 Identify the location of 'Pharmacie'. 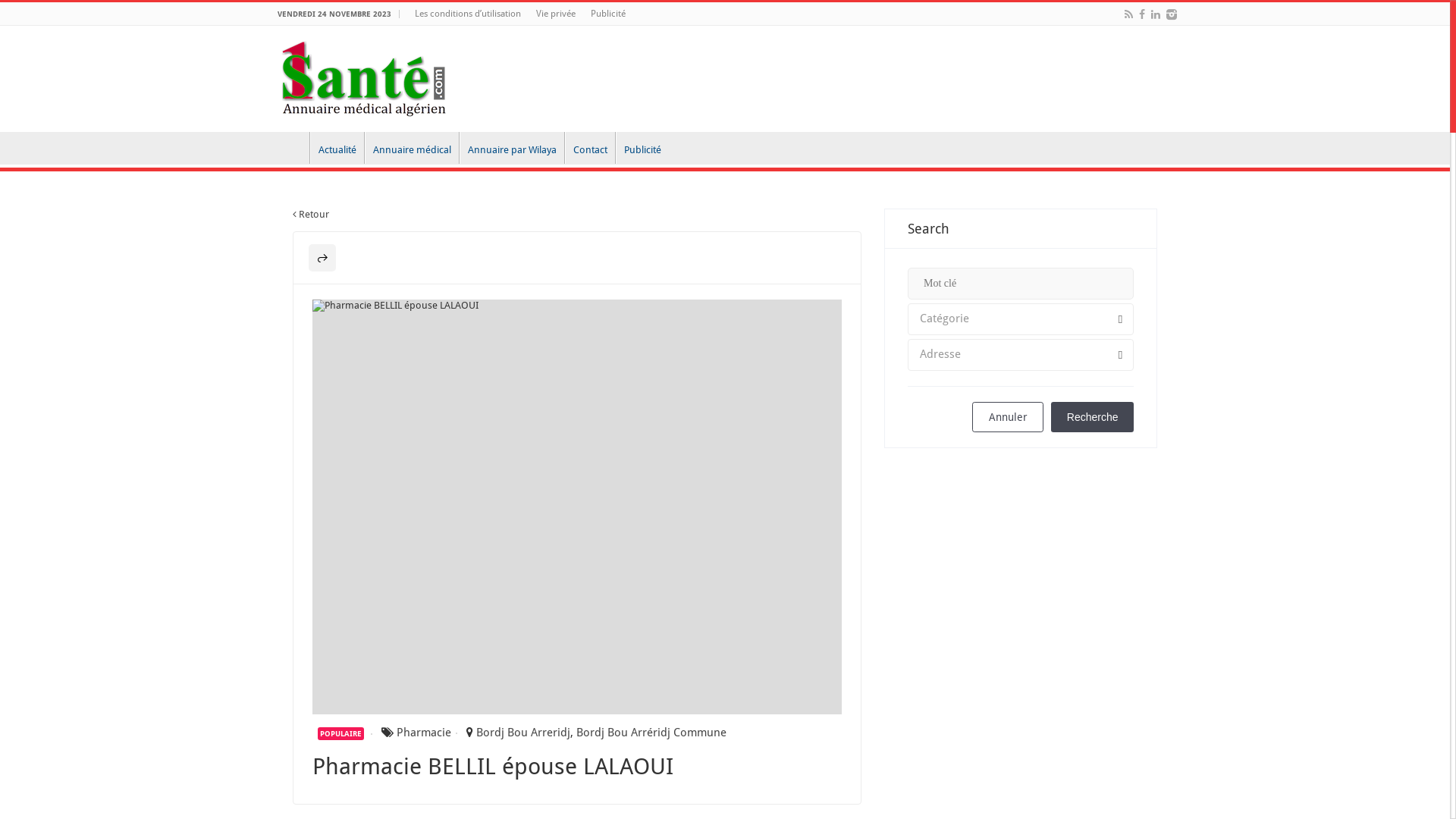
(397, 731).